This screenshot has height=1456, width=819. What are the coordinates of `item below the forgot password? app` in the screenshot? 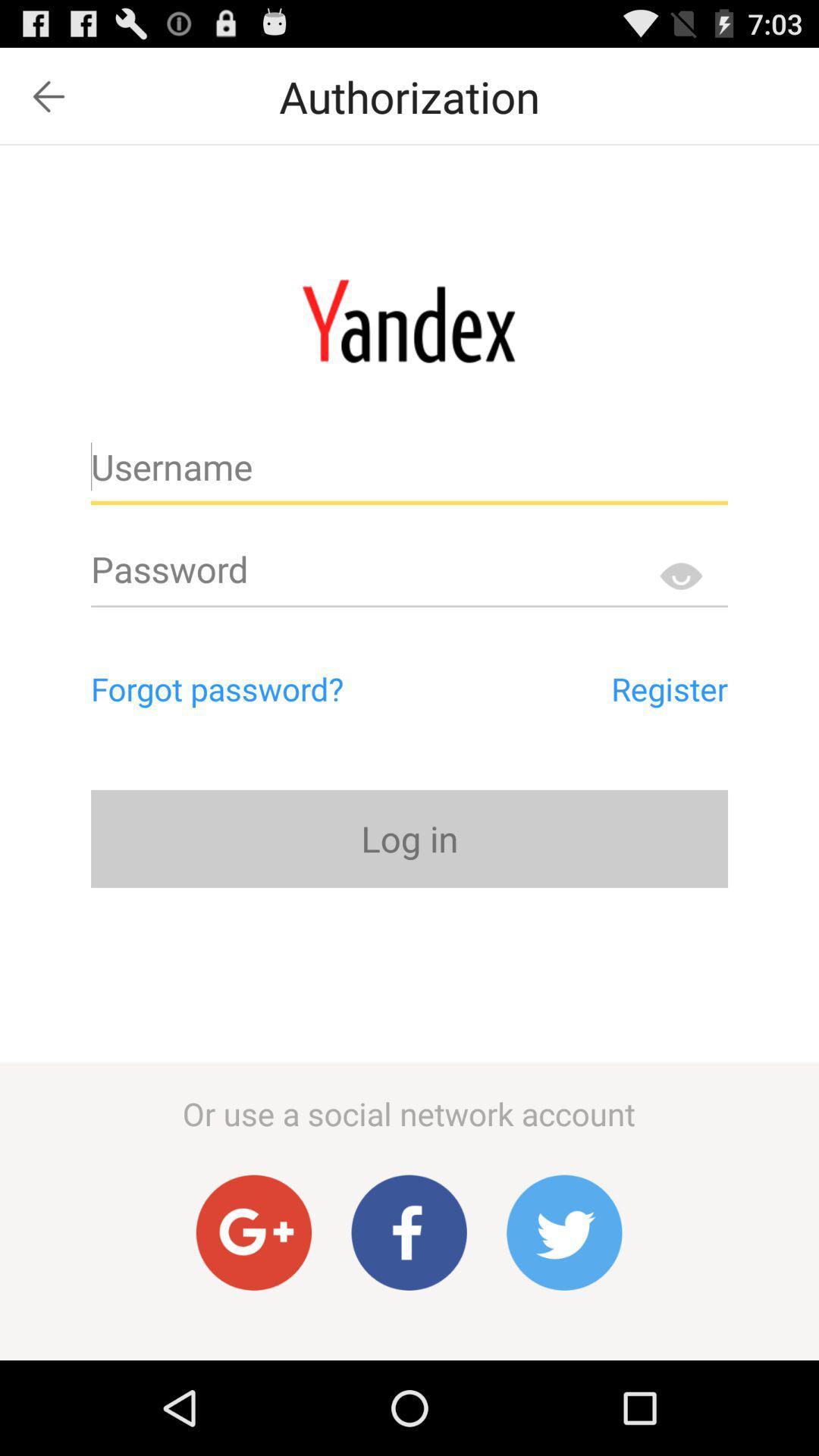 It's located at (409, 838).